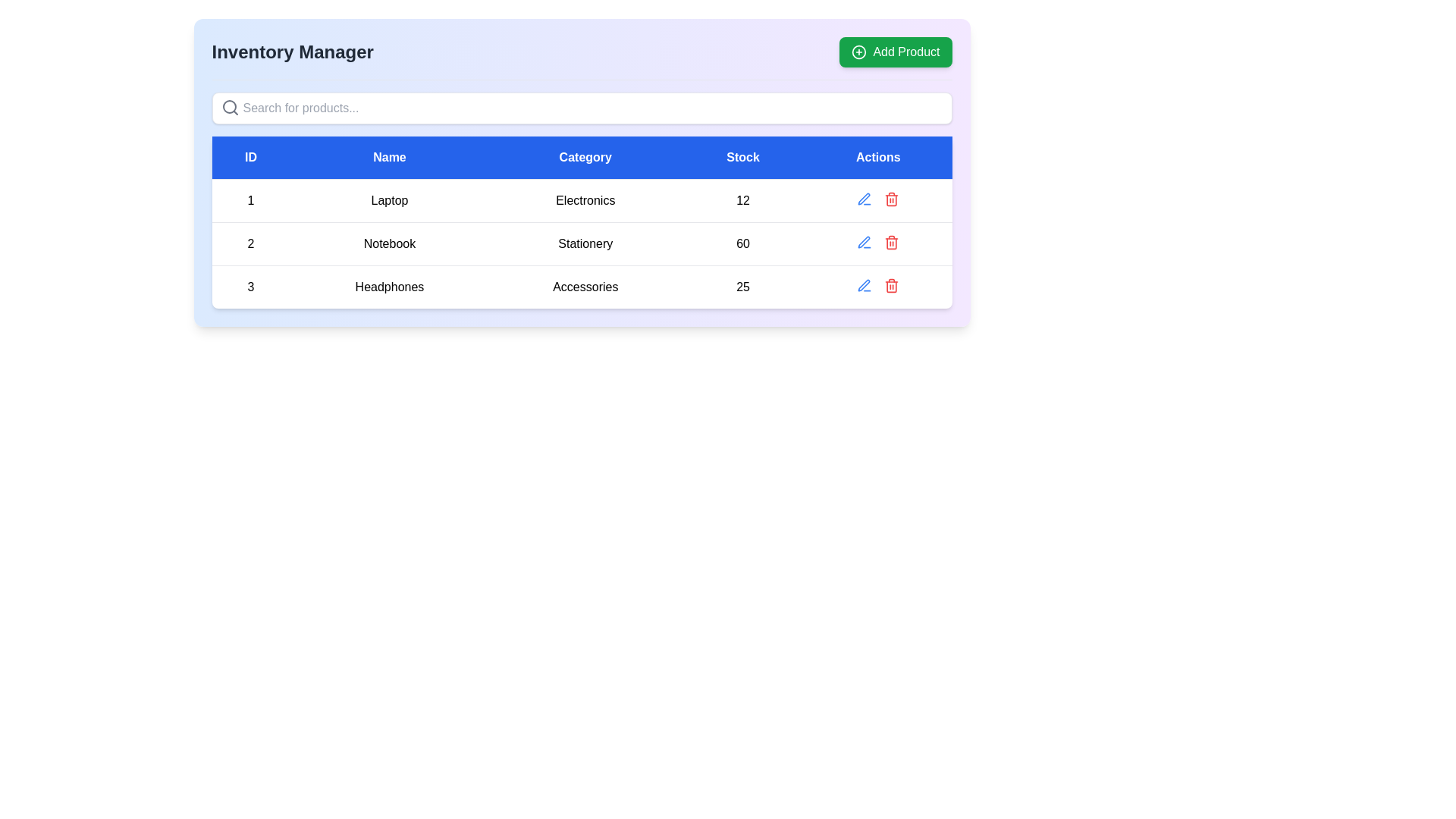 This screenshot has width=1456, height=819. I want to click on the static text displaying the numeric value '25' in the 'Stock' column of the third row in the table, so click(742, 287).